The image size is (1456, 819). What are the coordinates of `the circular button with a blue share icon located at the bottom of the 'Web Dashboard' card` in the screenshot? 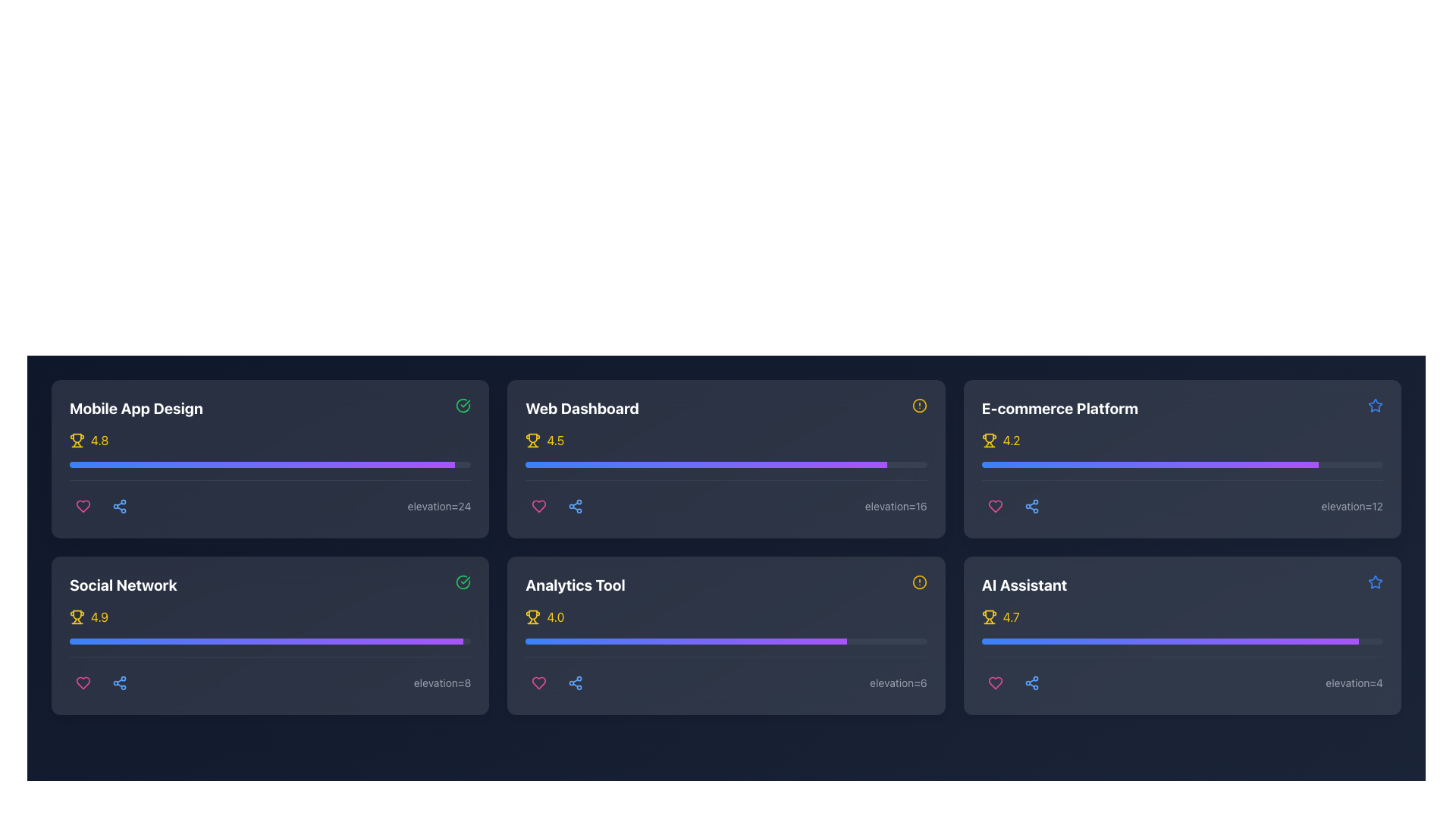 It's located at (575, 506).